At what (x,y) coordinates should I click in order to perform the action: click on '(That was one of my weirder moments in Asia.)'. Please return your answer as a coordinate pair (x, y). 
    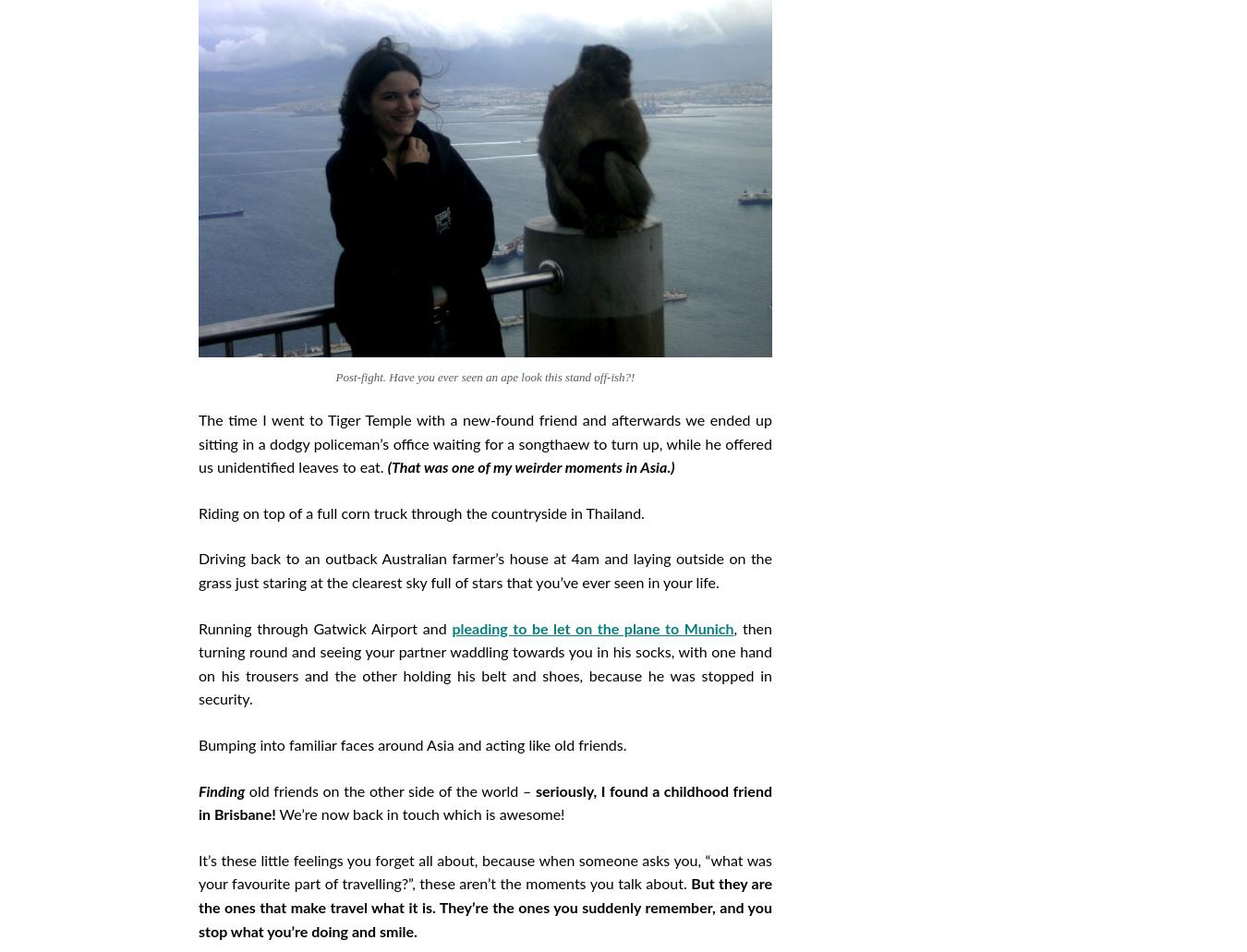
    Looking at the image, I should click on (387, 468).